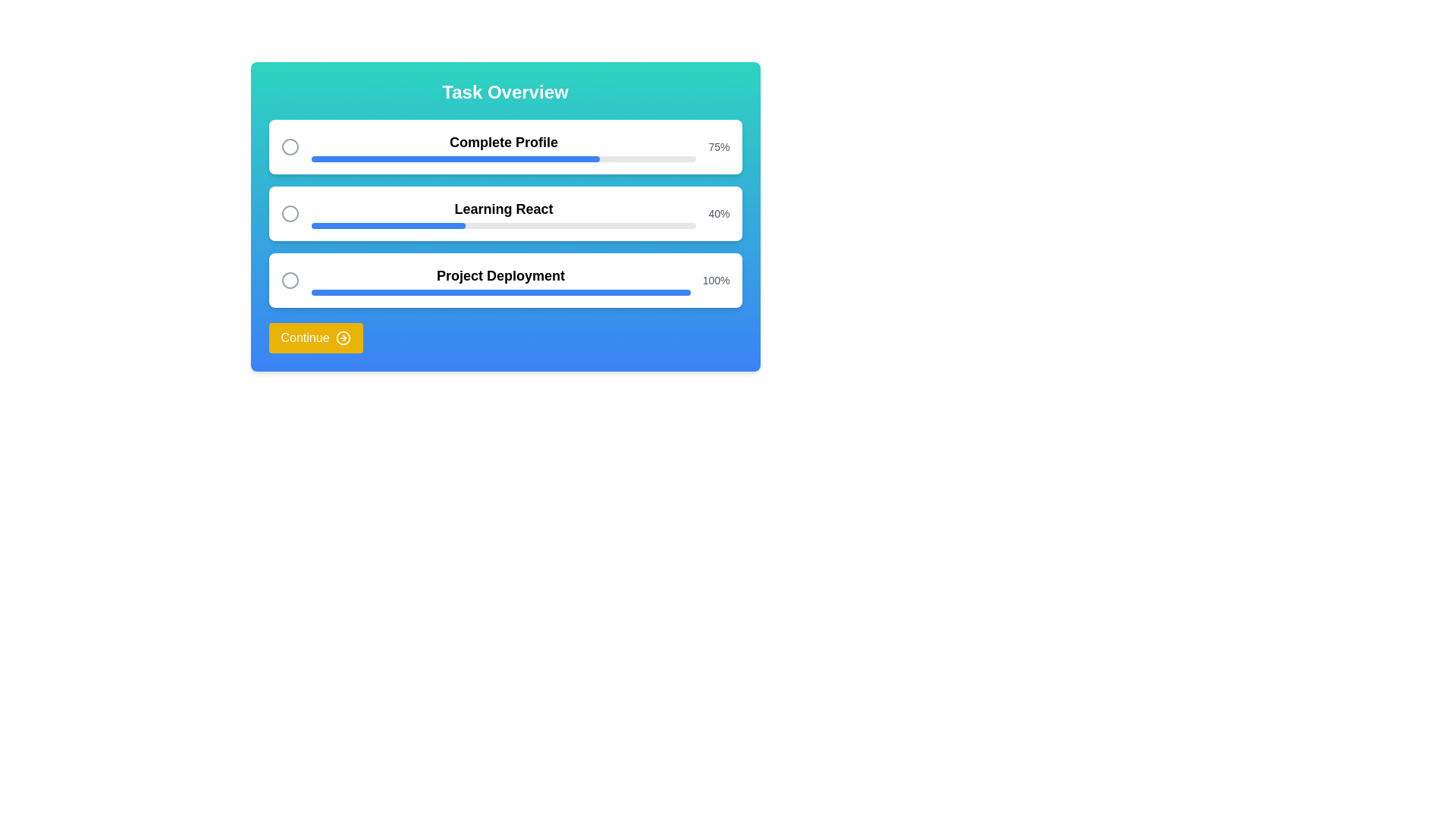 The width and height of the screenshot is (1456, 819). Describe the element at coordinates (290, 146) in the screenshot. I see `the circular gray outlined icon located at the leftmost side of the 'Complete Profile' row` at that location.